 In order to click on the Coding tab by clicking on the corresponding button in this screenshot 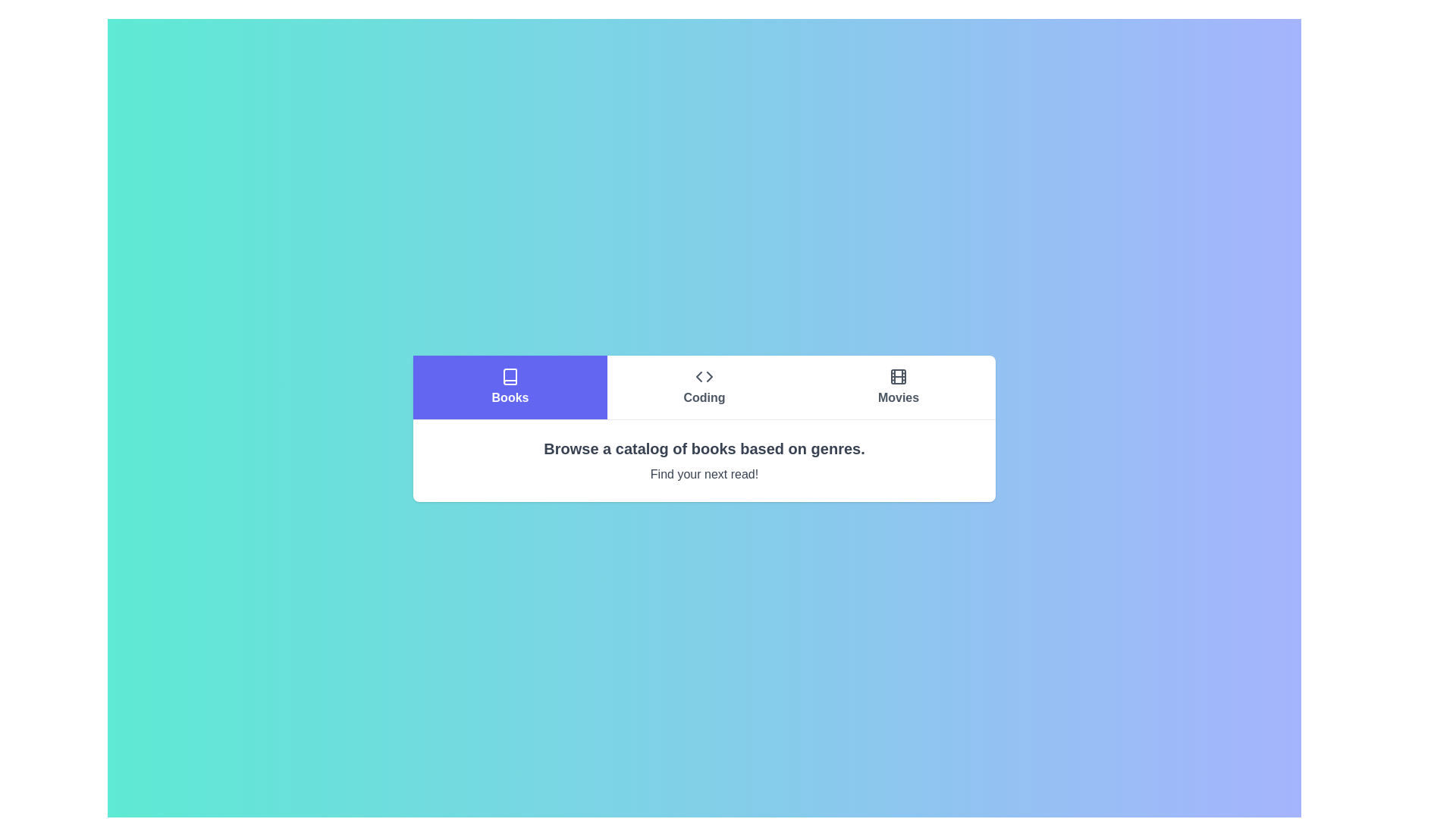, I will do `click(704, 386)`.